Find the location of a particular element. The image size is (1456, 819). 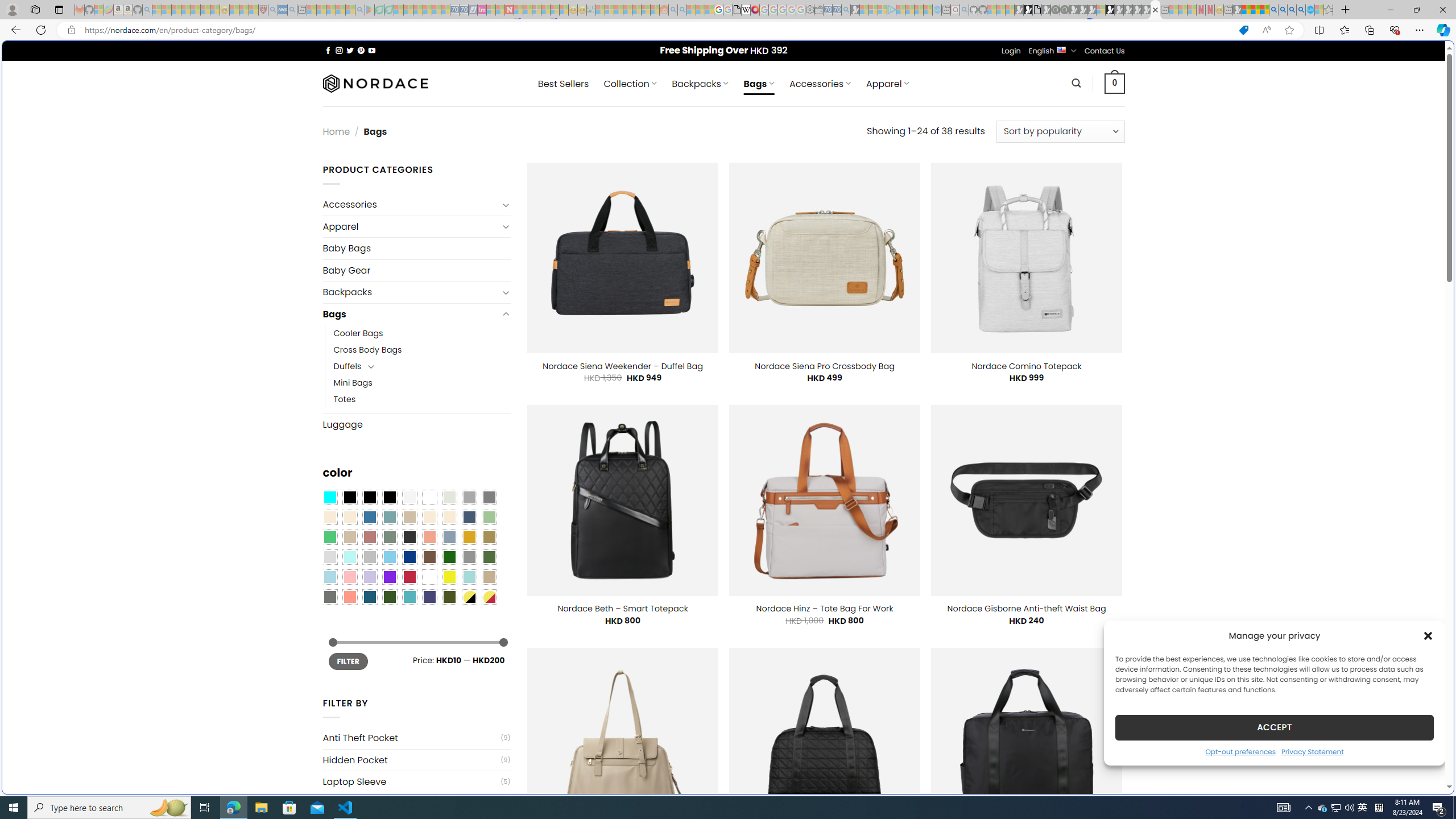

'Laptop Sleeve' is located at coordinates (411, 781).